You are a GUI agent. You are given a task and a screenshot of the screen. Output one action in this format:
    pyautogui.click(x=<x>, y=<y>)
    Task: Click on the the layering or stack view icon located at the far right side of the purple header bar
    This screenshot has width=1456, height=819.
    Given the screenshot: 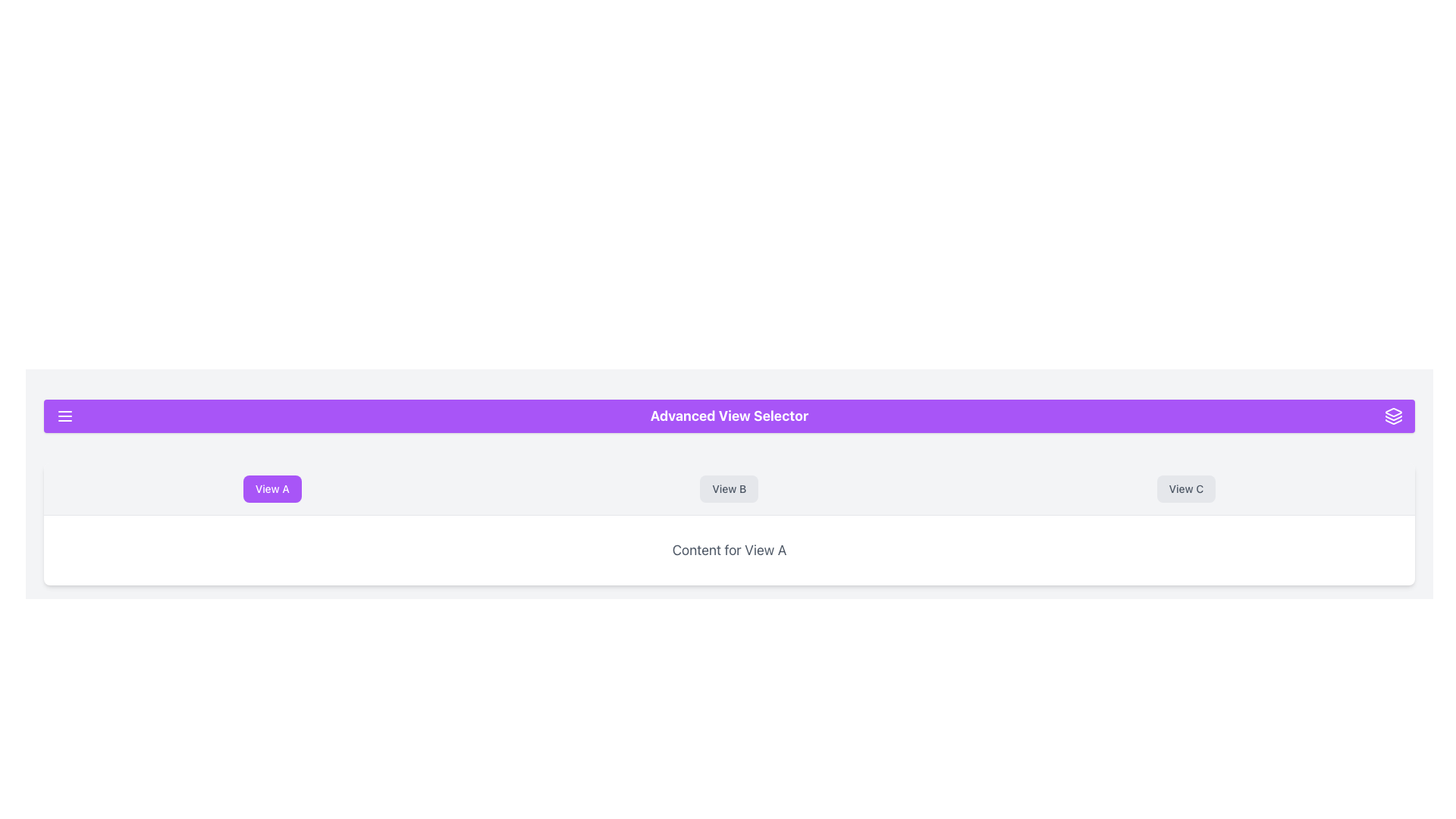 What is the action you would take?
    pyautogui.click(x=1394, y=416)
    